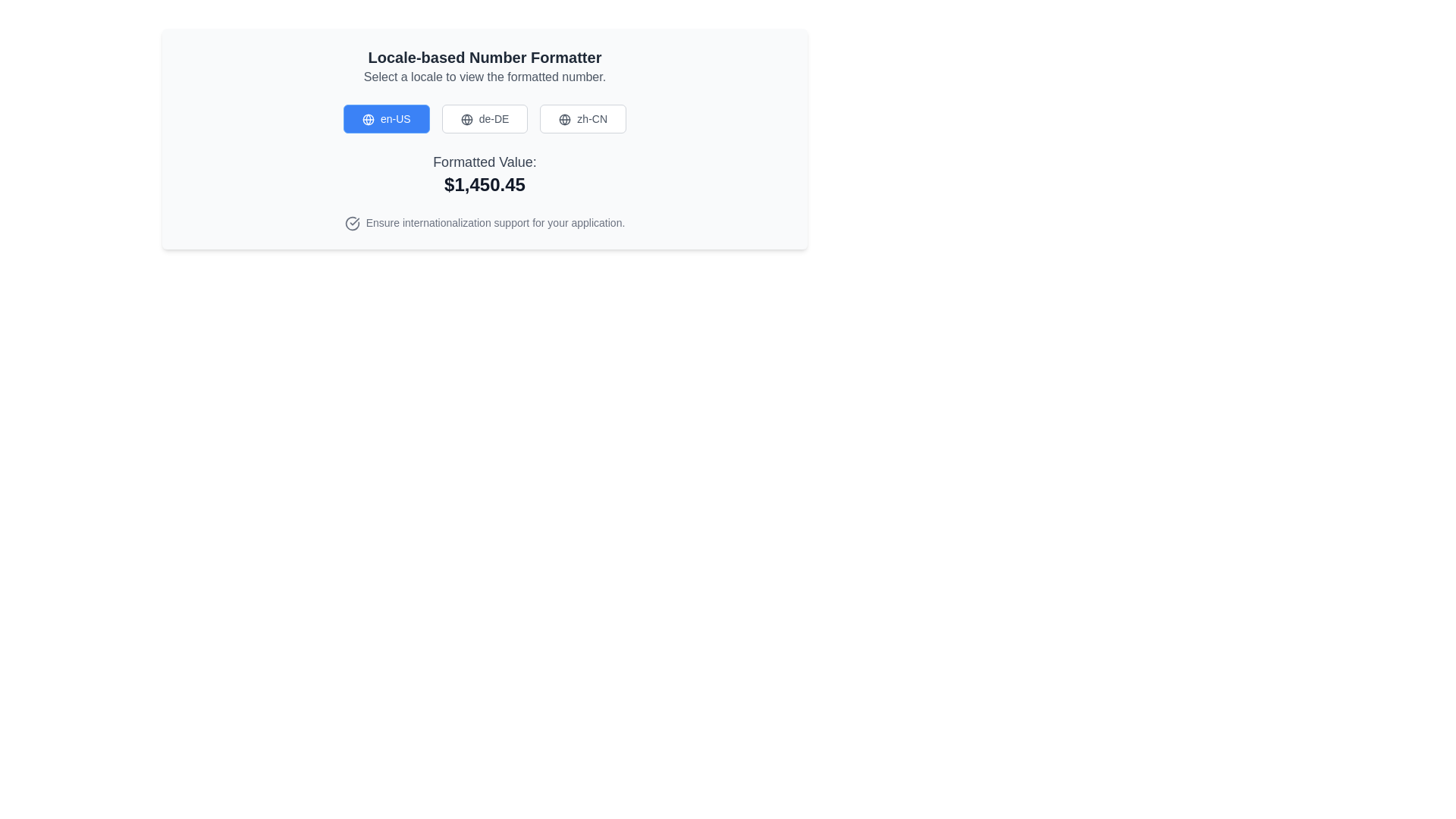 The width and height of the screenshot is (1456, 819). What do you see at coordinates (484, 118) in the screenshot?
I see `the rectangular button labeled 'de-DE' with a globe icon` at bounding box center [484, 118].